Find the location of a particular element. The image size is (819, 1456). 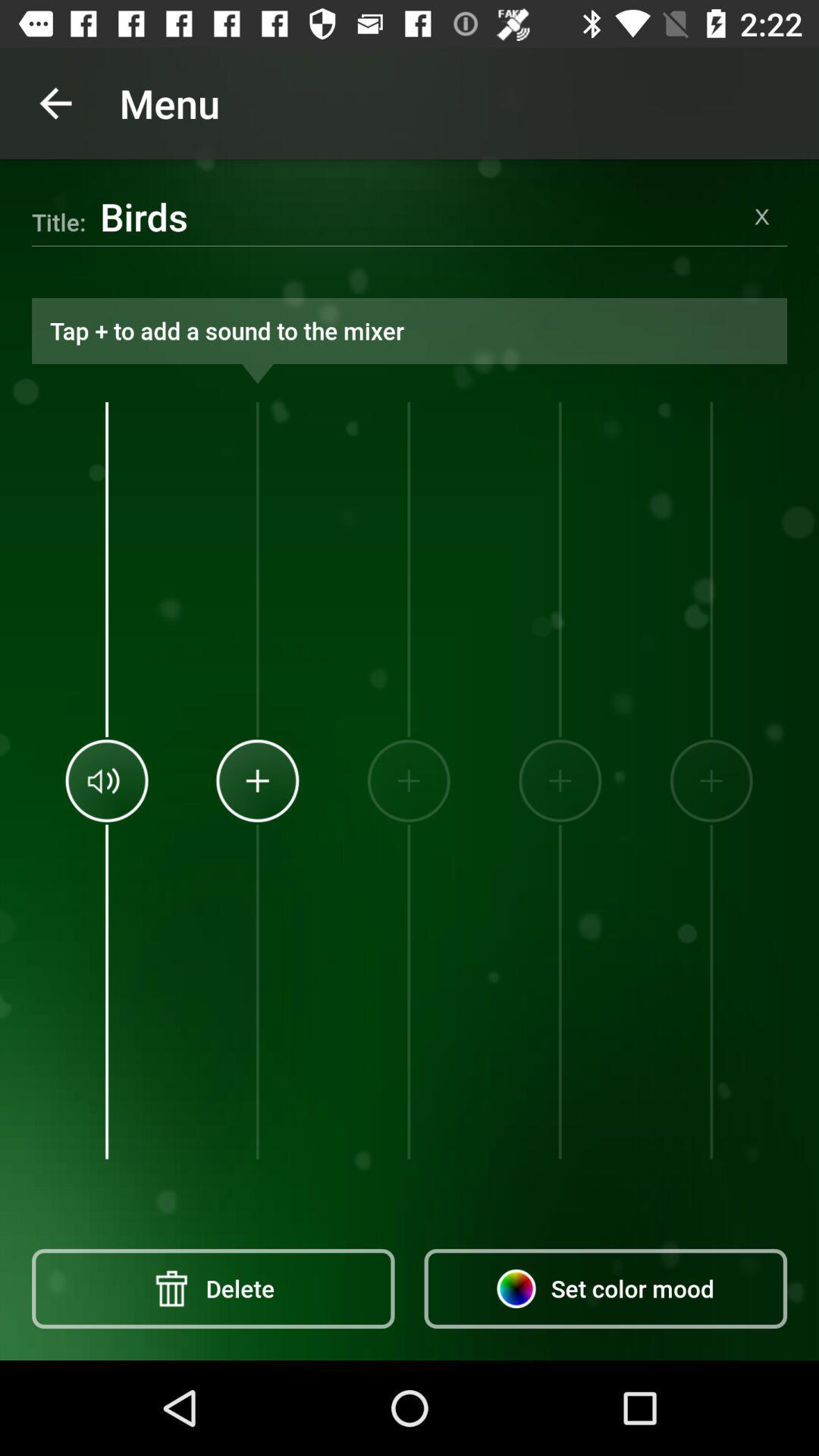

clear title is located at coordinates (762, 215).